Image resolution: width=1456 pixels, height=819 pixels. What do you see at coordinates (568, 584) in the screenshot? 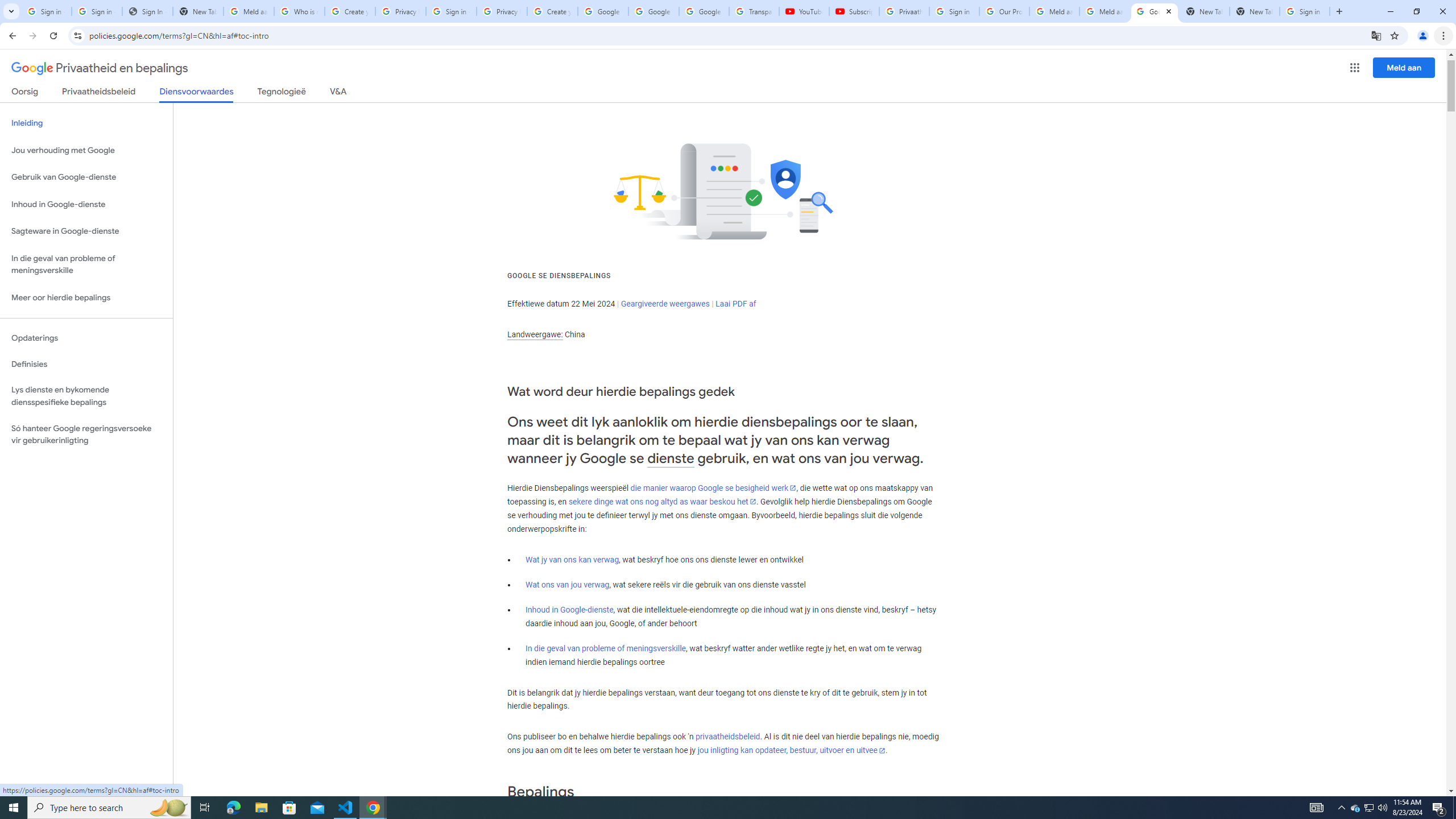
I see `'Wat ons van jou verwag'` at bounding box center [568, 584].